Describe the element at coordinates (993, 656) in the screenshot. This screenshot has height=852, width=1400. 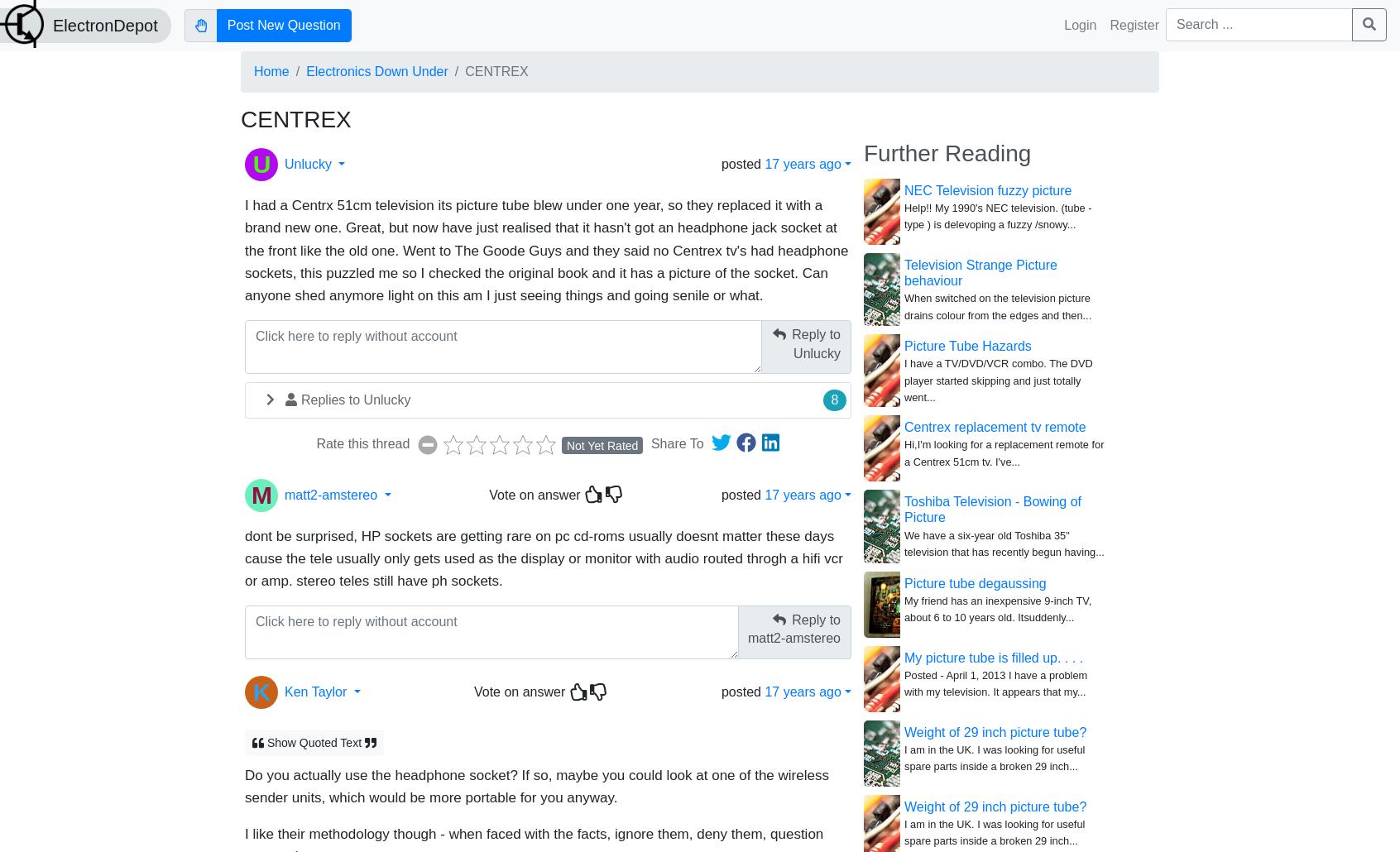
I see `'My picture tube is filled up. . . .'` at that location.